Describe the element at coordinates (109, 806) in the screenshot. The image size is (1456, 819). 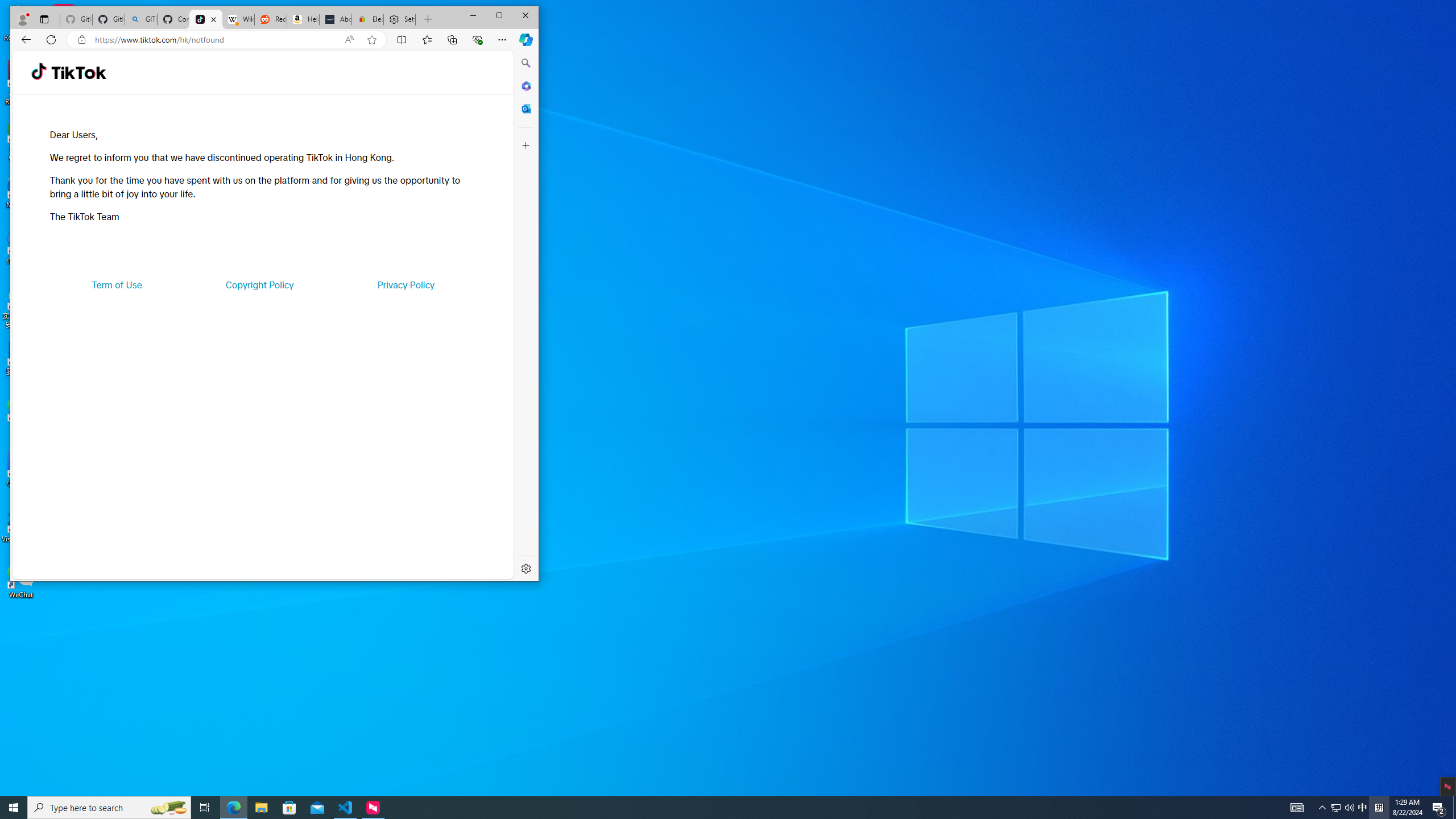
I see `'Type here to search'` at that location.